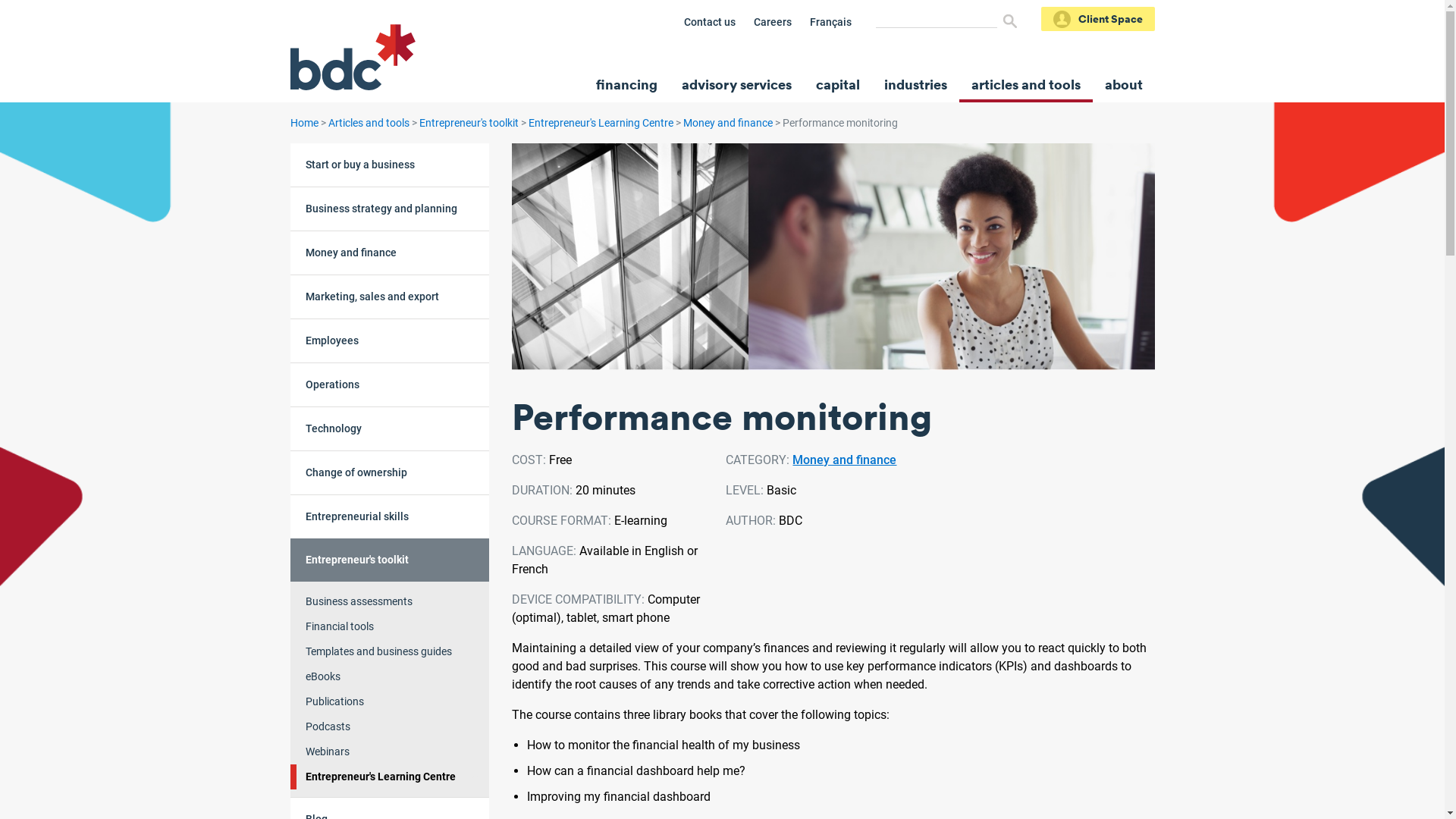  Describe the element at coordinates (915, 84) in the screenshot. I see `'industries'` at that location.